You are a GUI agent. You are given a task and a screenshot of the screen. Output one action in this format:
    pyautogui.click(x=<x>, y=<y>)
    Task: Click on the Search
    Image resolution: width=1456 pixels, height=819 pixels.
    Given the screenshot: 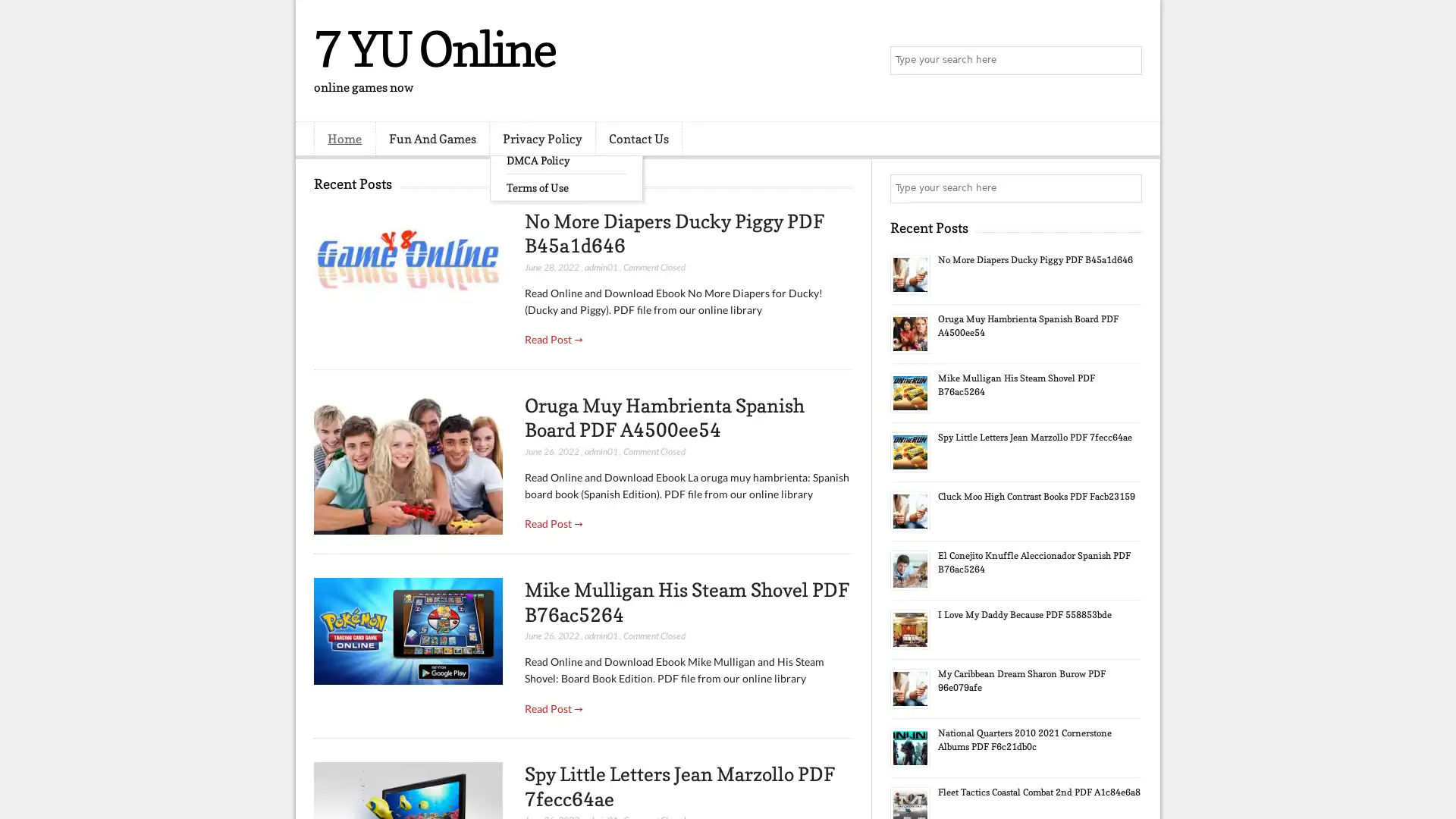 What is the action you would take?
    pyautogui.click(x=1126, y=188)
    